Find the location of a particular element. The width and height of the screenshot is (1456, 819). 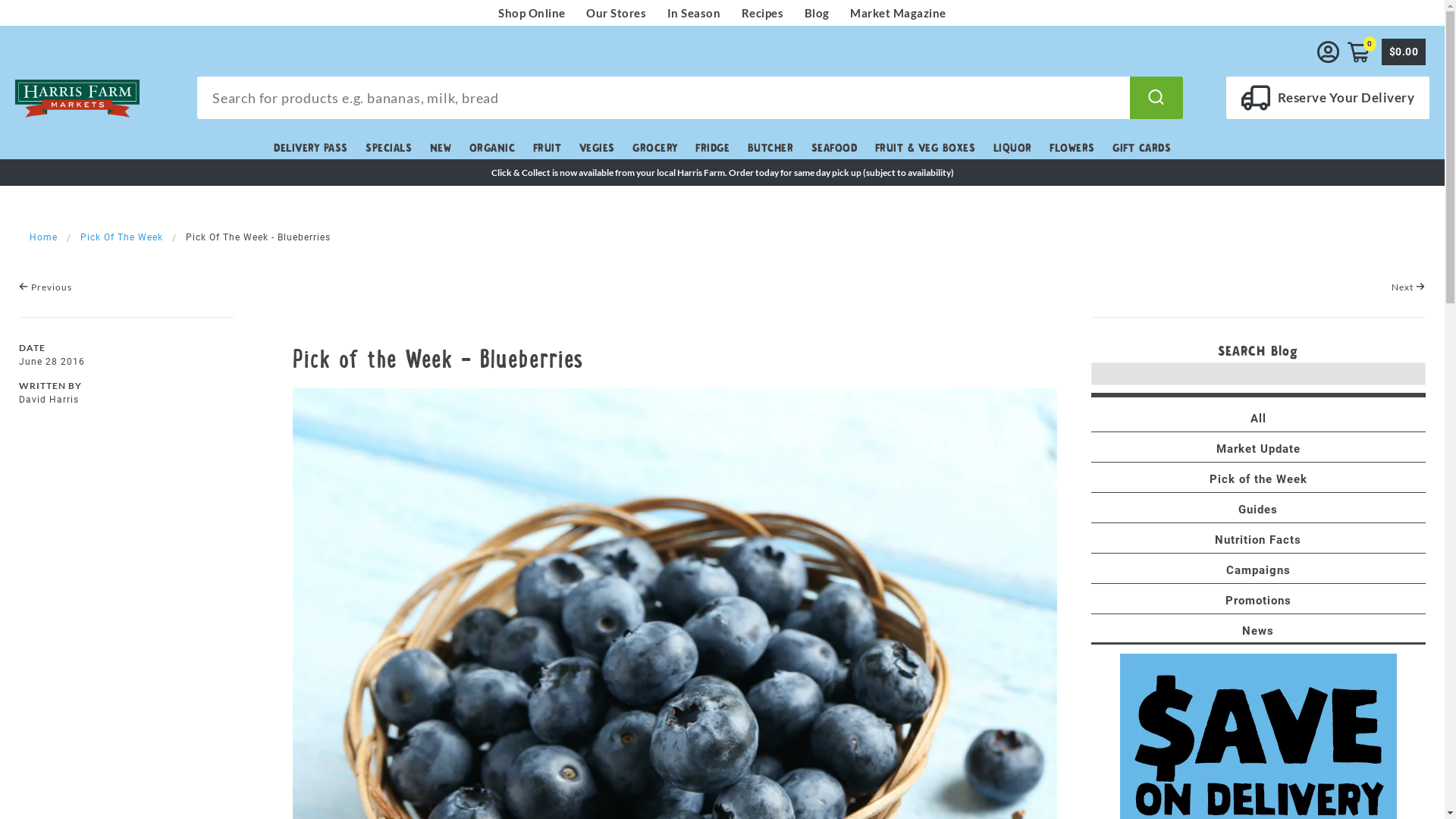

'NEW' is located at coordinates (439, 148).